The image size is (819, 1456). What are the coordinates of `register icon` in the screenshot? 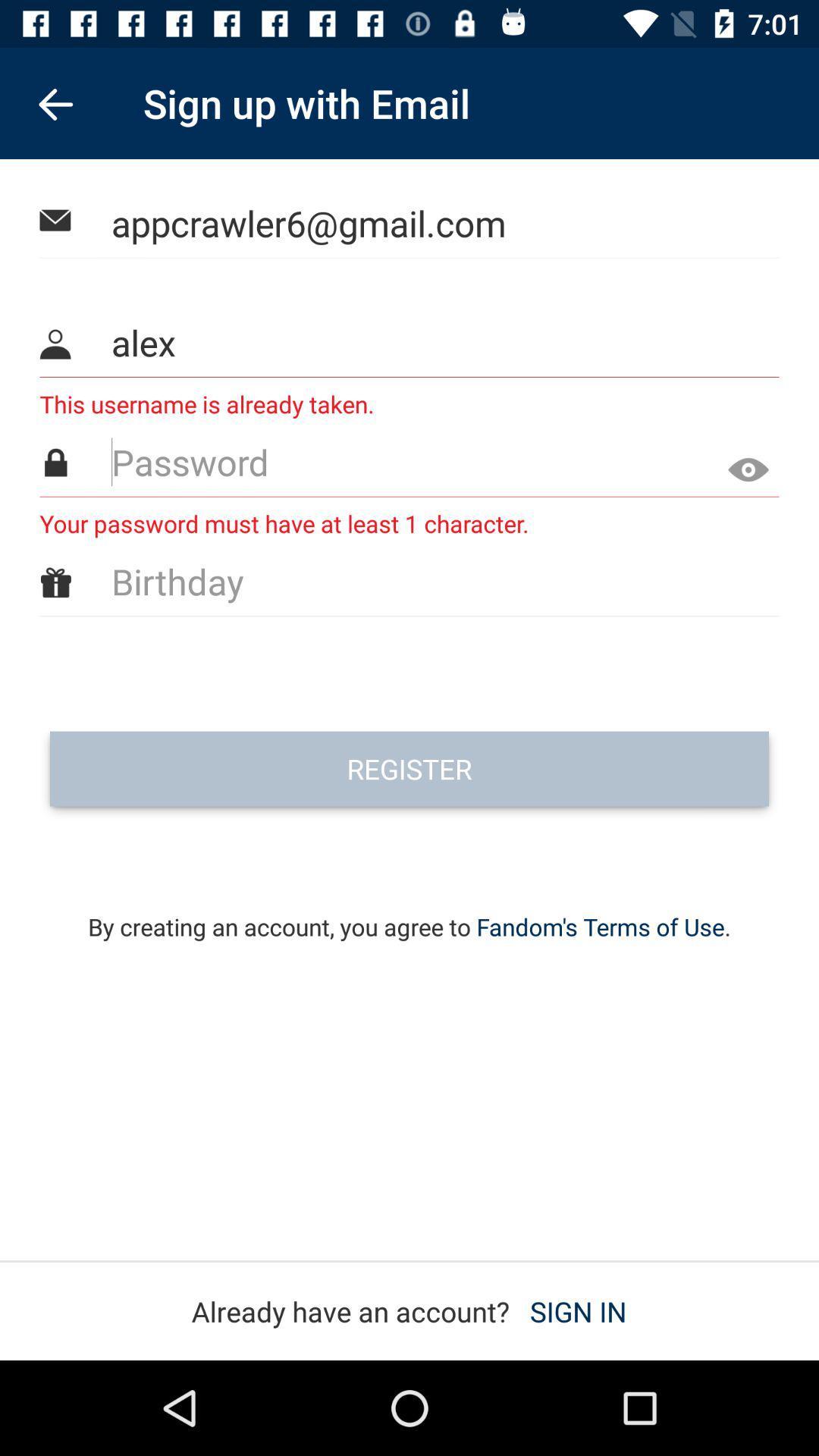 It's located at (409, 768).